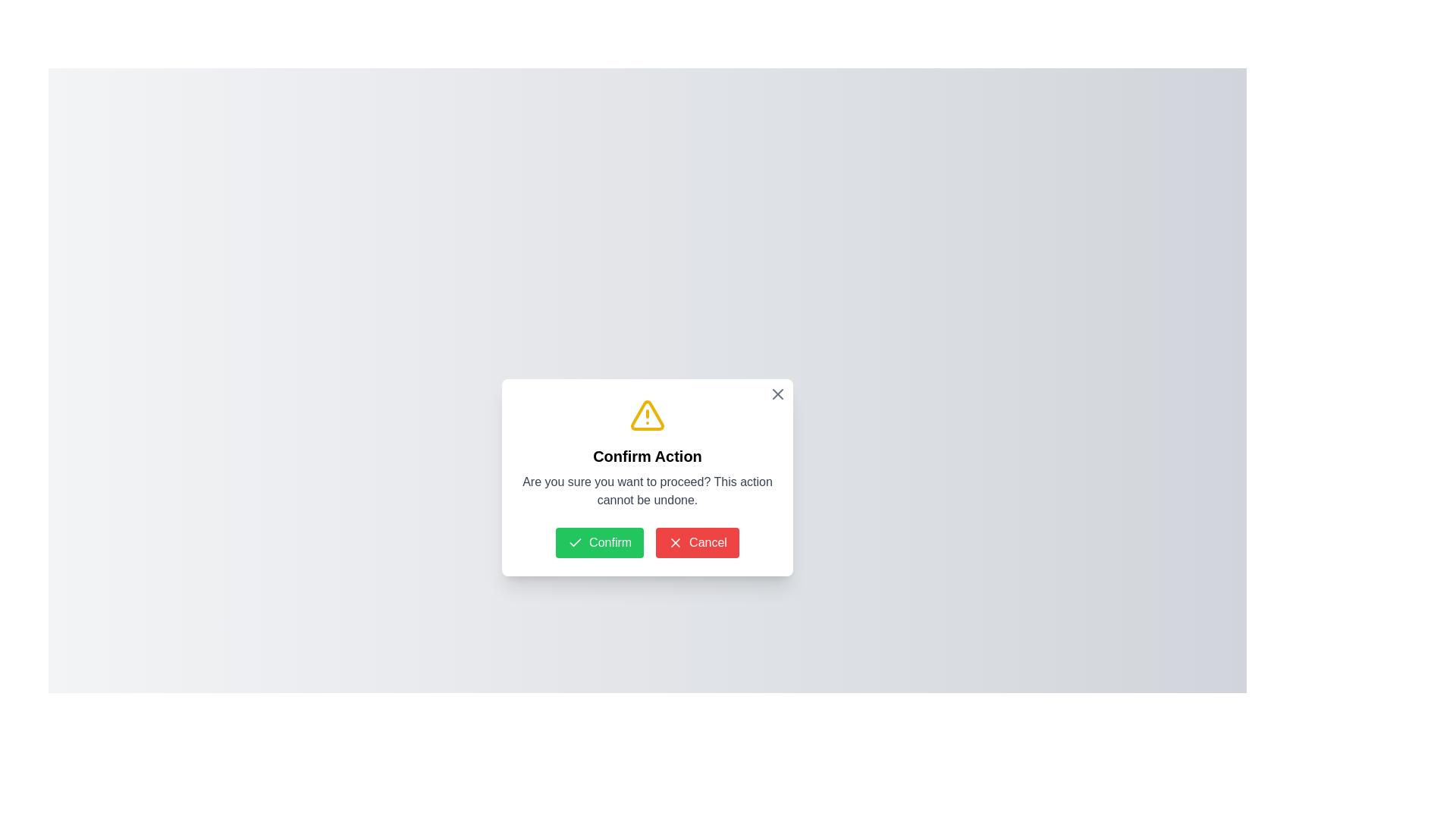 This screenshot has height=819, width=1456. Describe the element at coordinates (778, 396) in the screenshot. I see `the close button located at the top-right corner of the modal dialog` at that location.